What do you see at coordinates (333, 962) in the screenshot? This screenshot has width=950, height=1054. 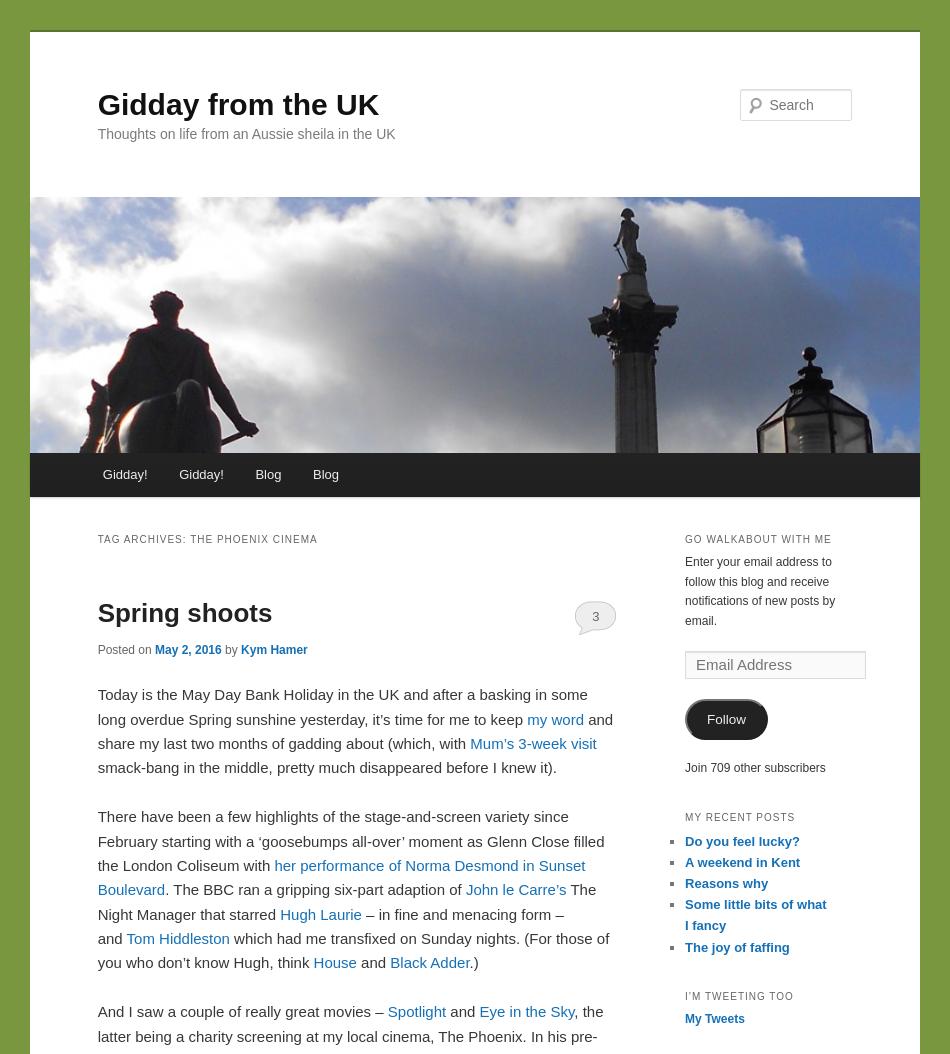 I see `'House'` at bounding box center [333, 962].